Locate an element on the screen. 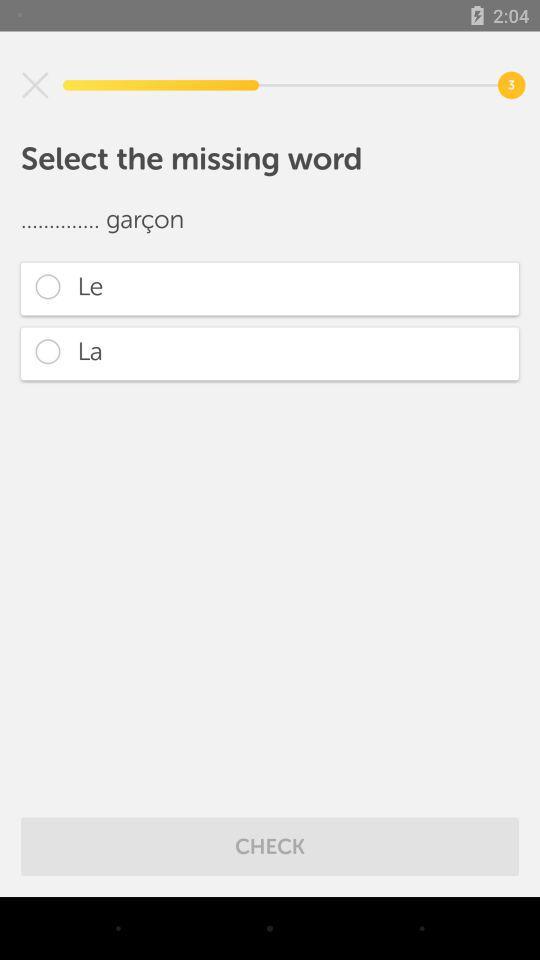 The width and height of the screenshot is (540, 960). le icon is located at coordinates (270, 287).